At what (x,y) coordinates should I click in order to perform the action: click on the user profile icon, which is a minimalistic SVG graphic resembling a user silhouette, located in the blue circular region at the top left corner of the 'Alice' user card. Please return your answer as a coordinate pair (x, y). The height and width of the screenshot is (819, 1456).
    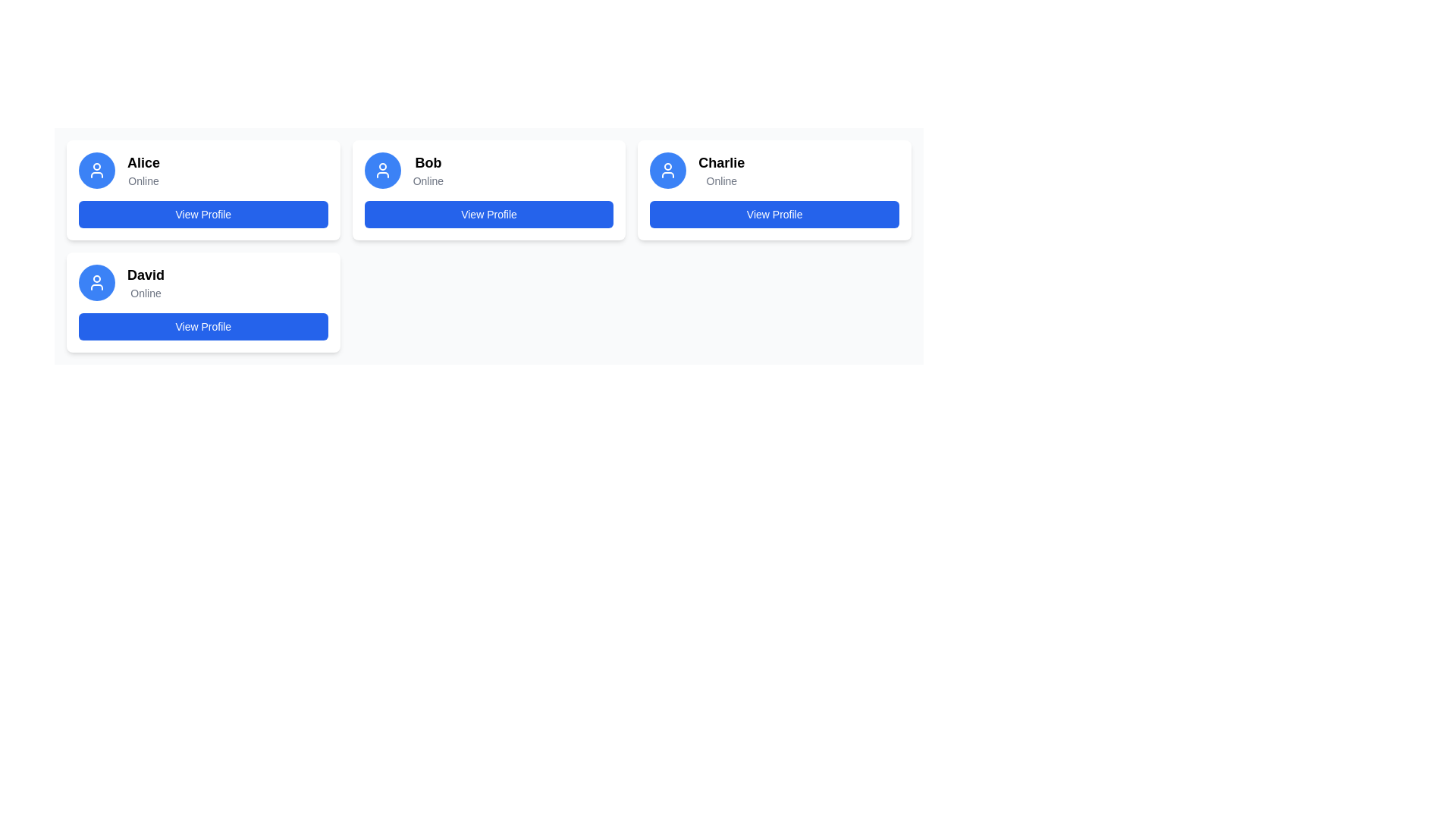
    Looking at the image, I should click on (96, 170).